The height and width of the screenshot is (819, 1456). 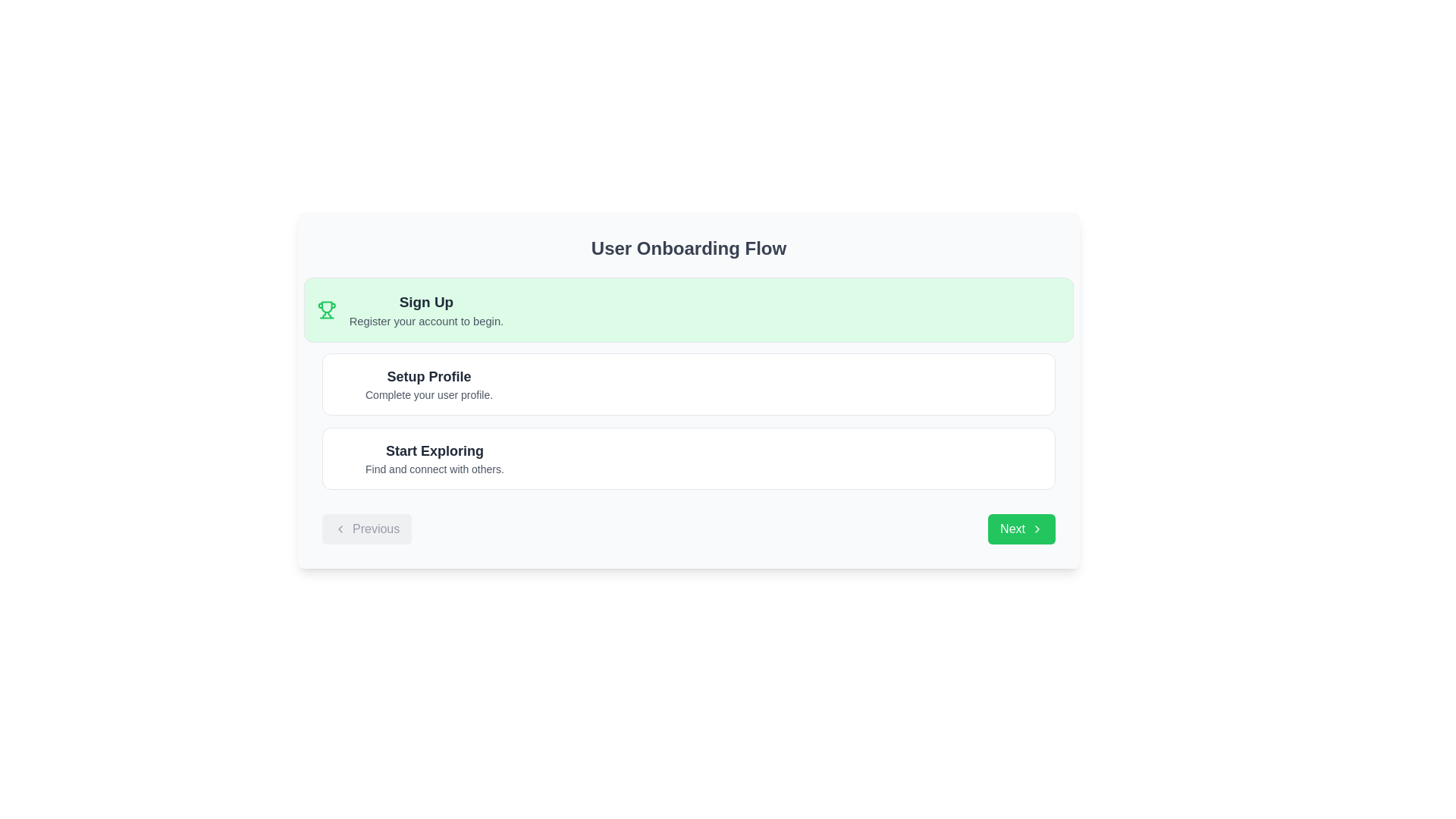 What do you see at coordinates (326, 309) in the screenshot?
I see `the trophy icon symbolizing achievement located in the top-left corner of the green-highlighted 'Sign Up' section in the onboarding flow interface` at bounding box center [326, 309].